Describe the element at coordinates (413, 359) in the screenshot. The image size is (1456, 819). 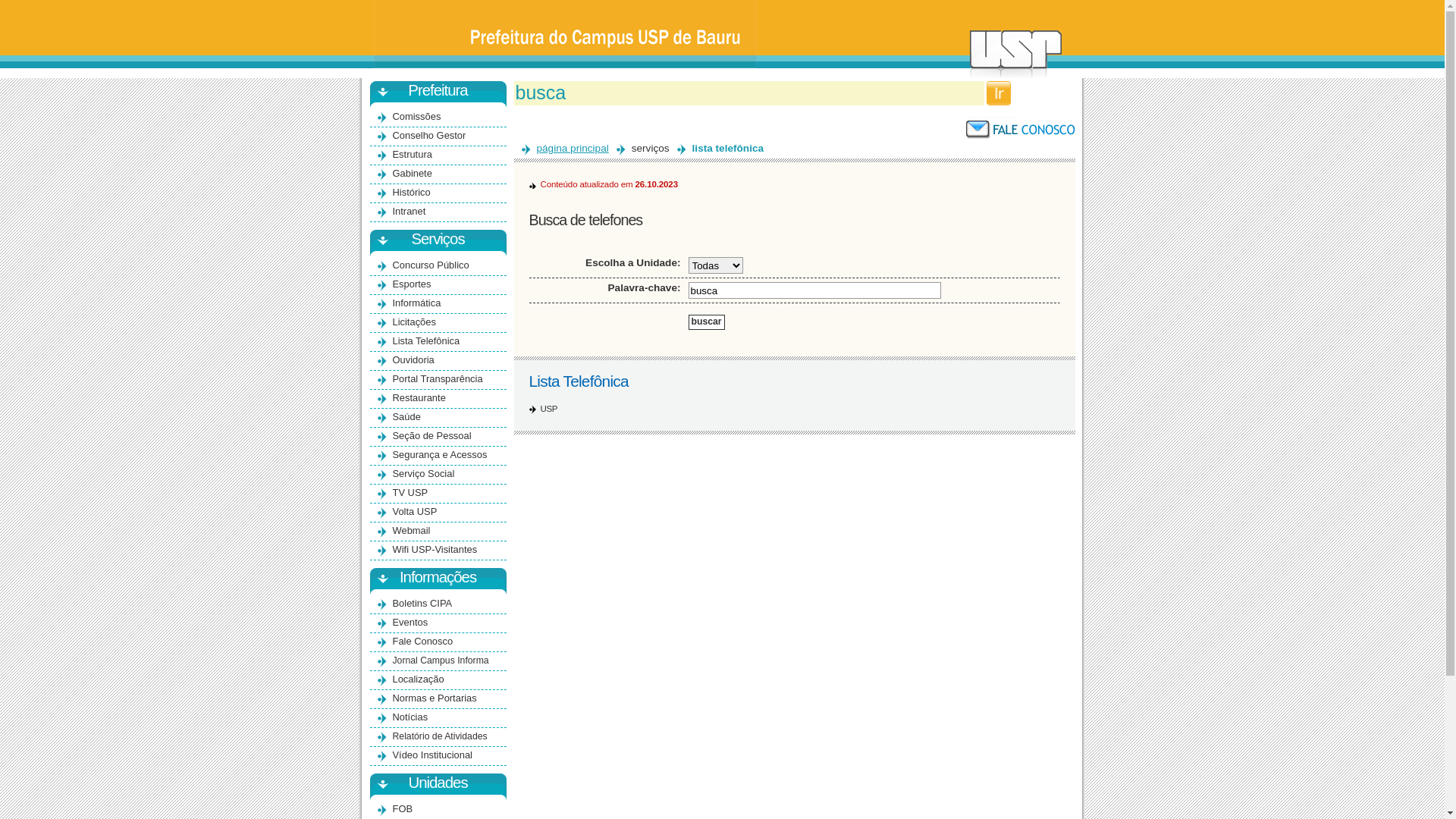
I see `'Ouvidoria'` at that location.